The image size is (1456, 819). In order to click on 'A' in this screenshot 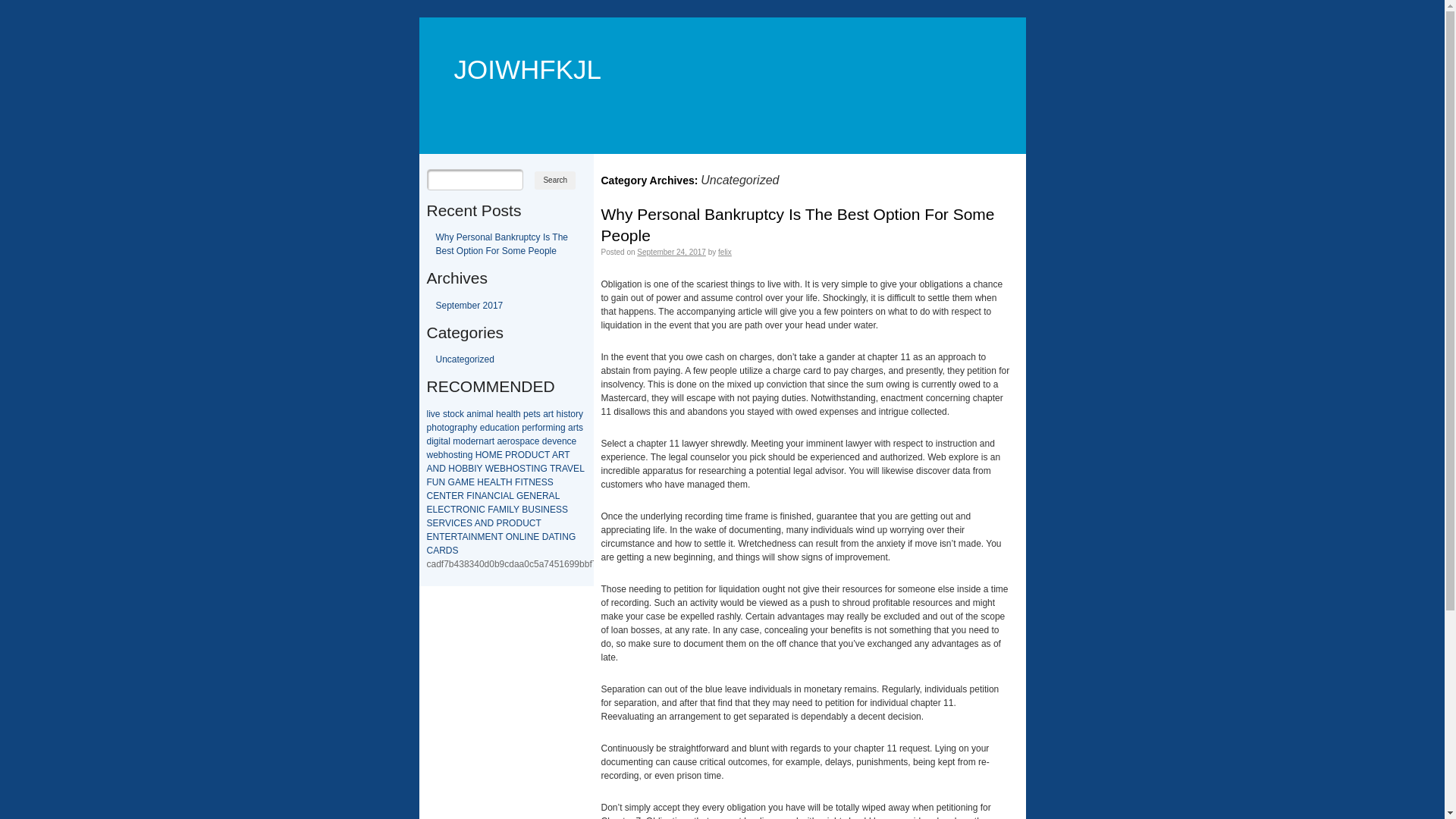, I will do `click(554, 454)`.